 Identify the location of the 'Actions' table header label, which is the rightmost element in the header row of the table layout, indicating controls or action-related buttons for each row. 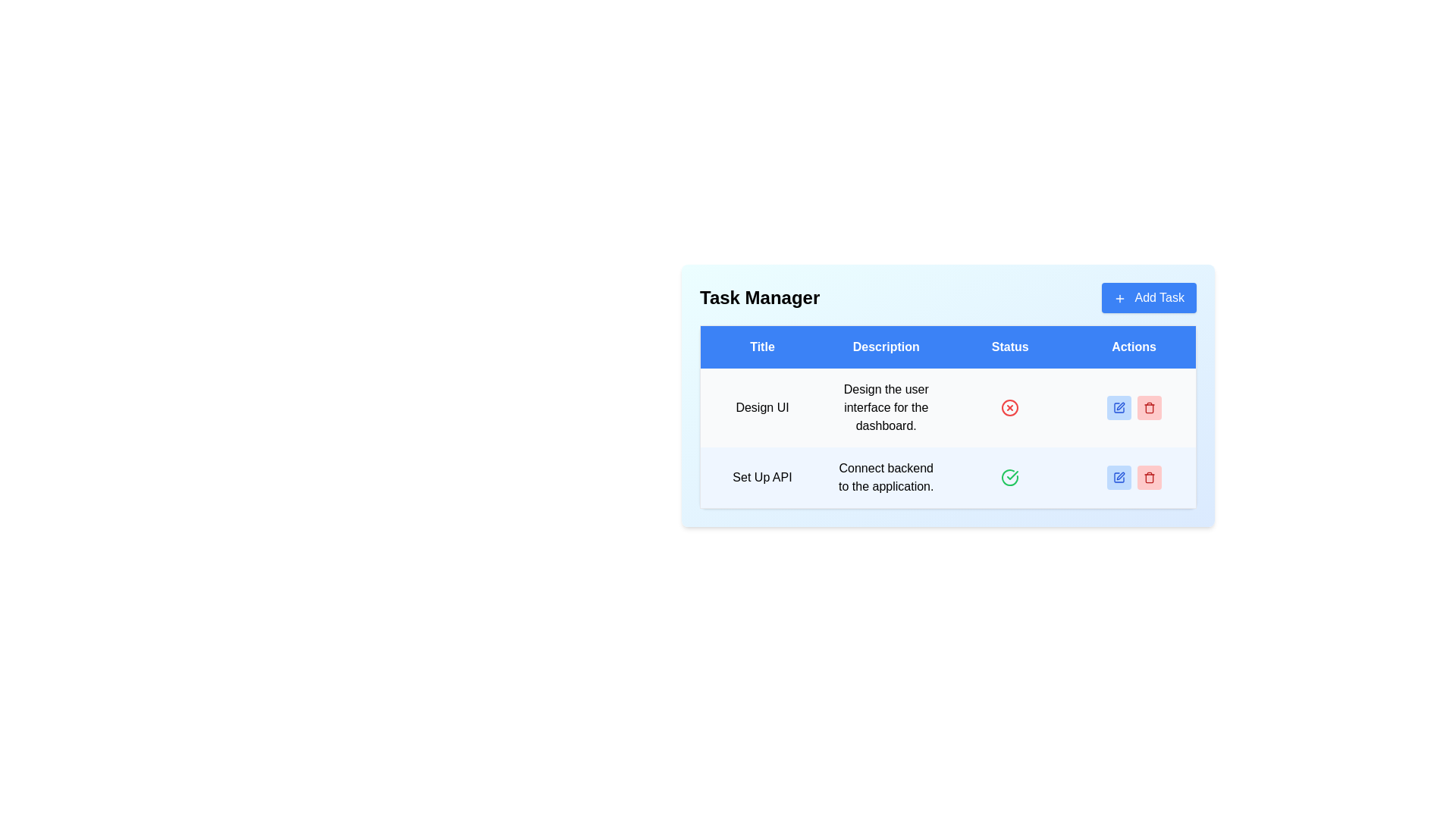
(1134, 347).